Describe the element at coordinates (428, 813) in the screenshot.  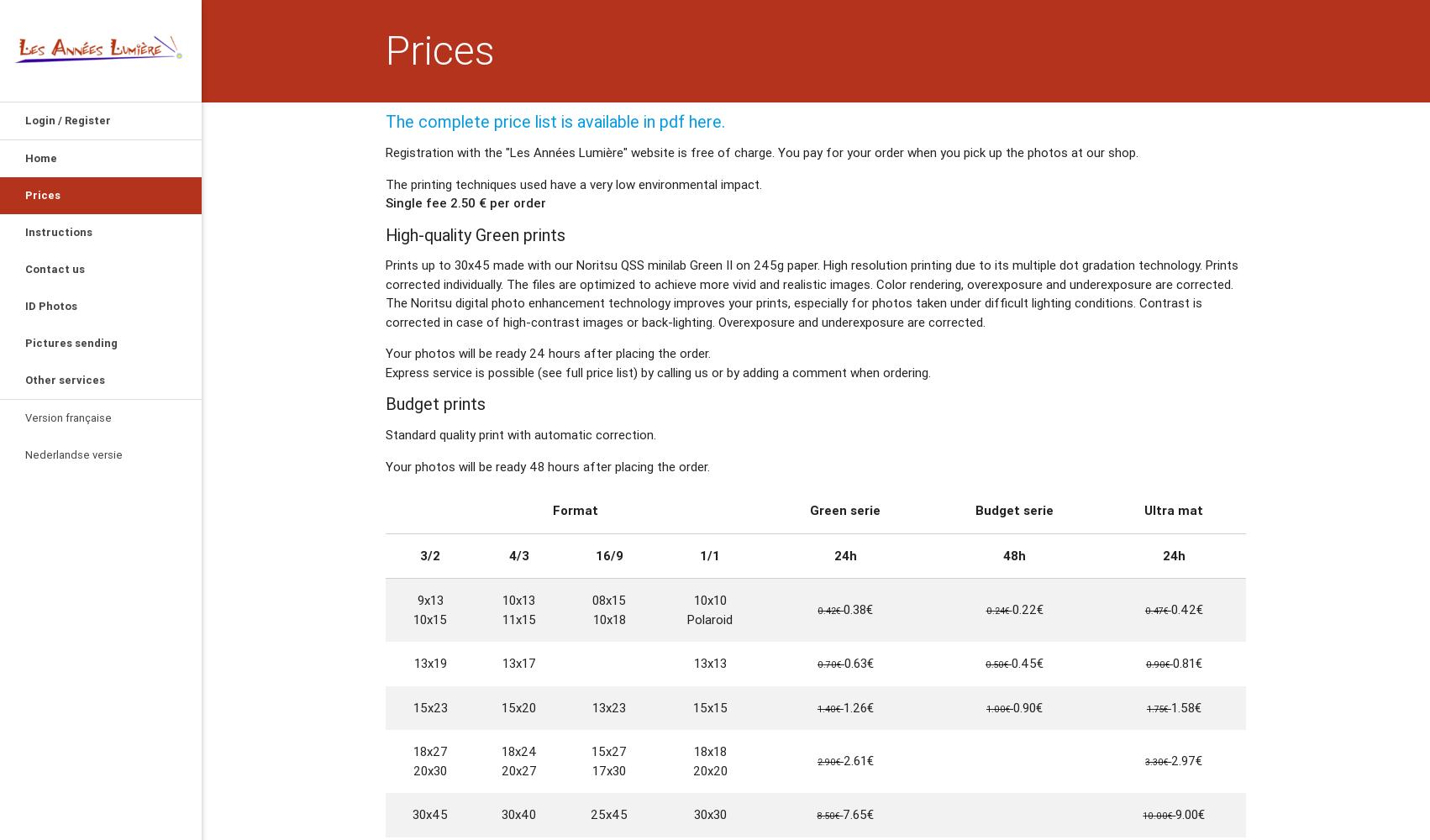
I see `'30x45'` at that location.